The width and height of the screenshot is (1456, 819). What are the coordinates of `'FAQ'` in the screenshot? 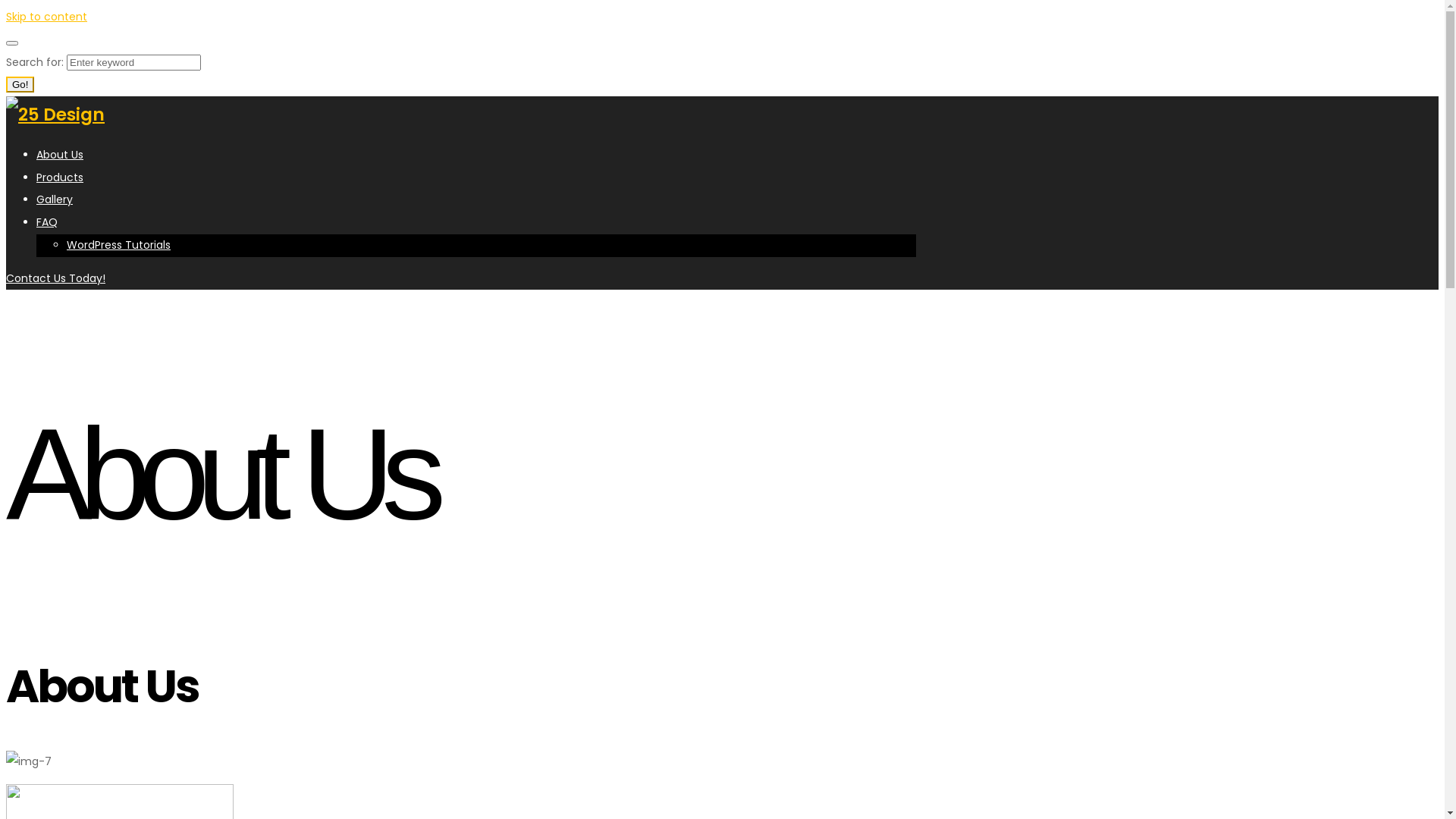 It's located at (47, 222).